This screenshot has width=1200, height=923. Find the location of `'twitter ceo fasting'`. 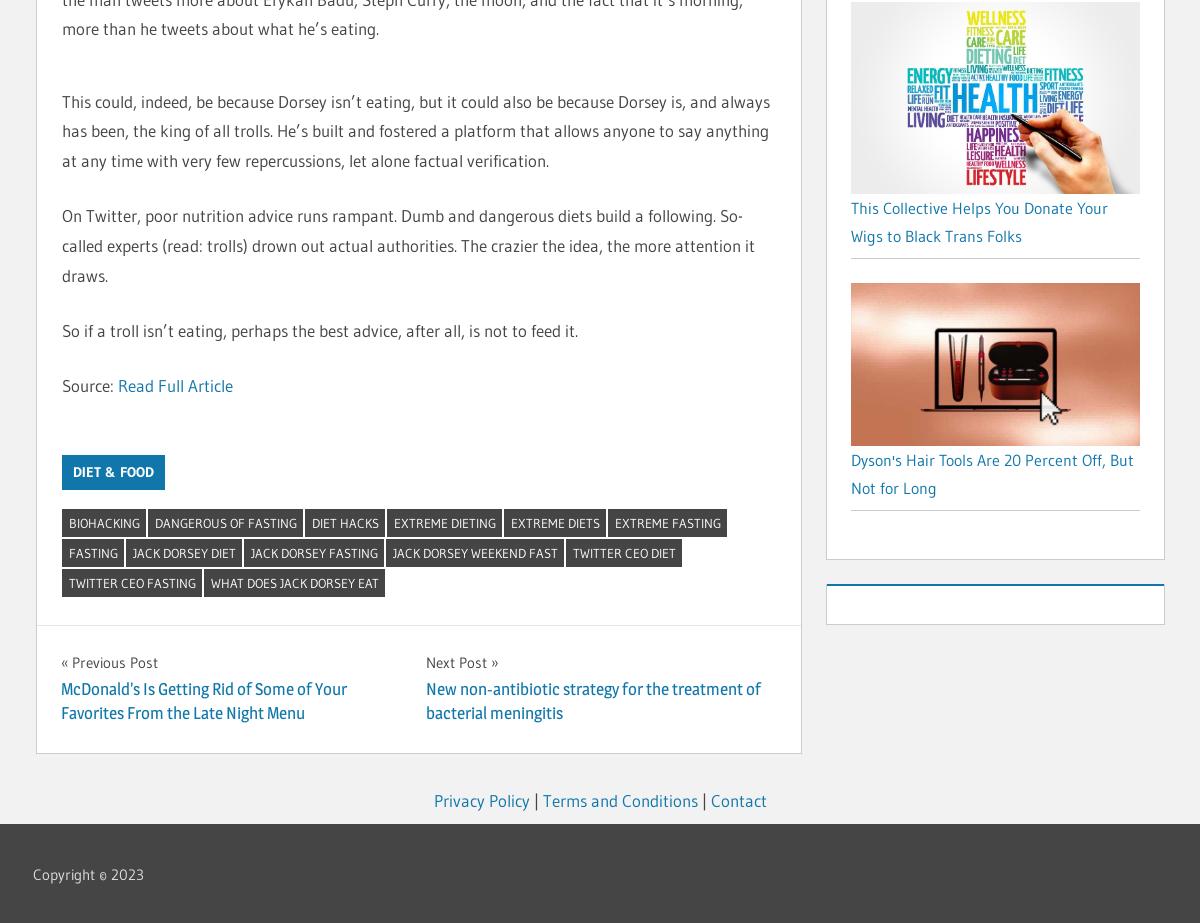

'twitter ceo fasting' is located at coordinates (131, 581).